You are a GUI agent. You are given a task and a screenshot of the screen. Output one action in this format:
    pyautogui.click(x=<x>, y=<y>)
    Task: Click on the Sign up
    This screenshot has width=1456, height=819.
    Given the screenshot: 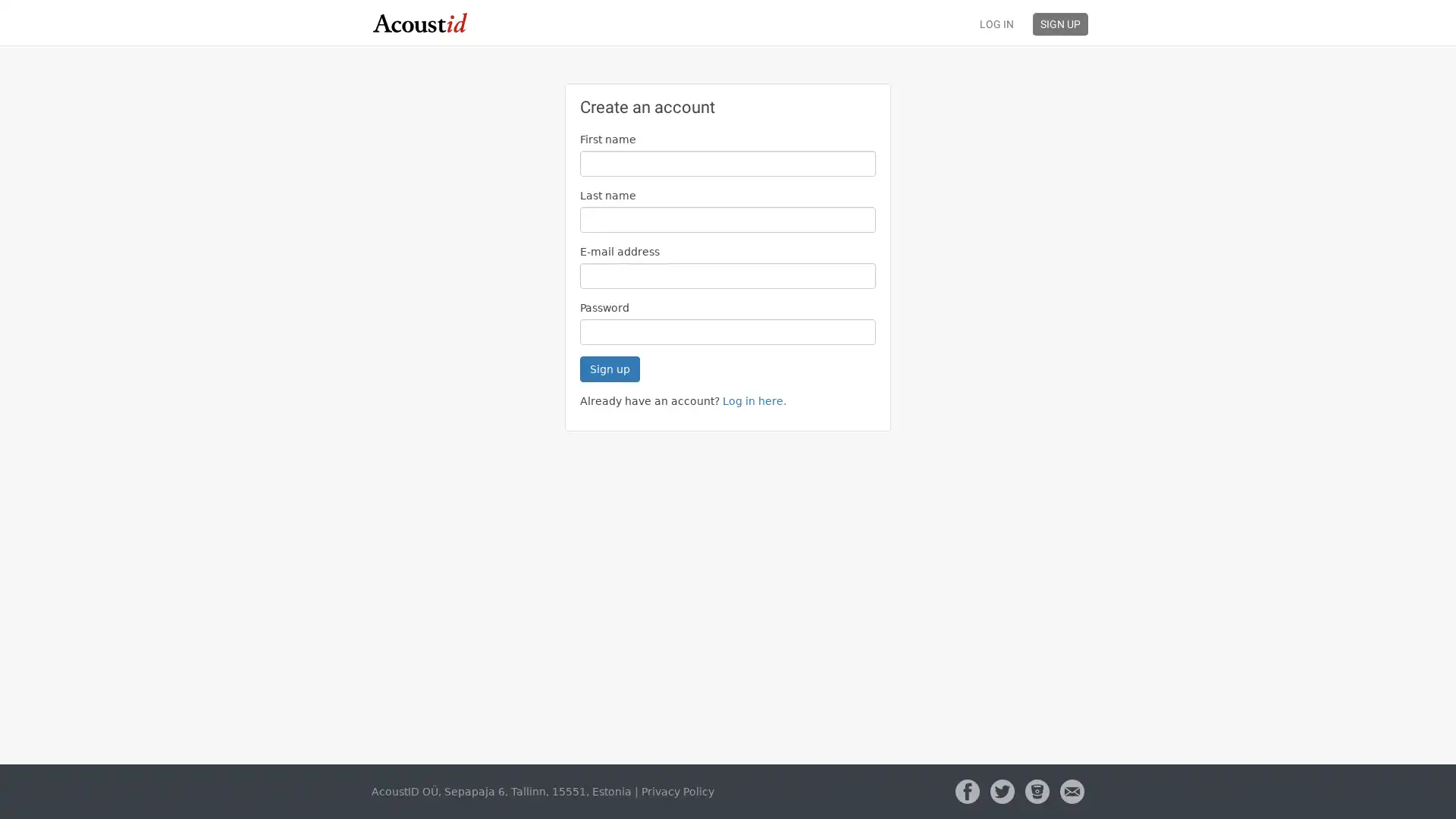 What is the action you would take?
    pyautogui.click(x=610, y=369)
    